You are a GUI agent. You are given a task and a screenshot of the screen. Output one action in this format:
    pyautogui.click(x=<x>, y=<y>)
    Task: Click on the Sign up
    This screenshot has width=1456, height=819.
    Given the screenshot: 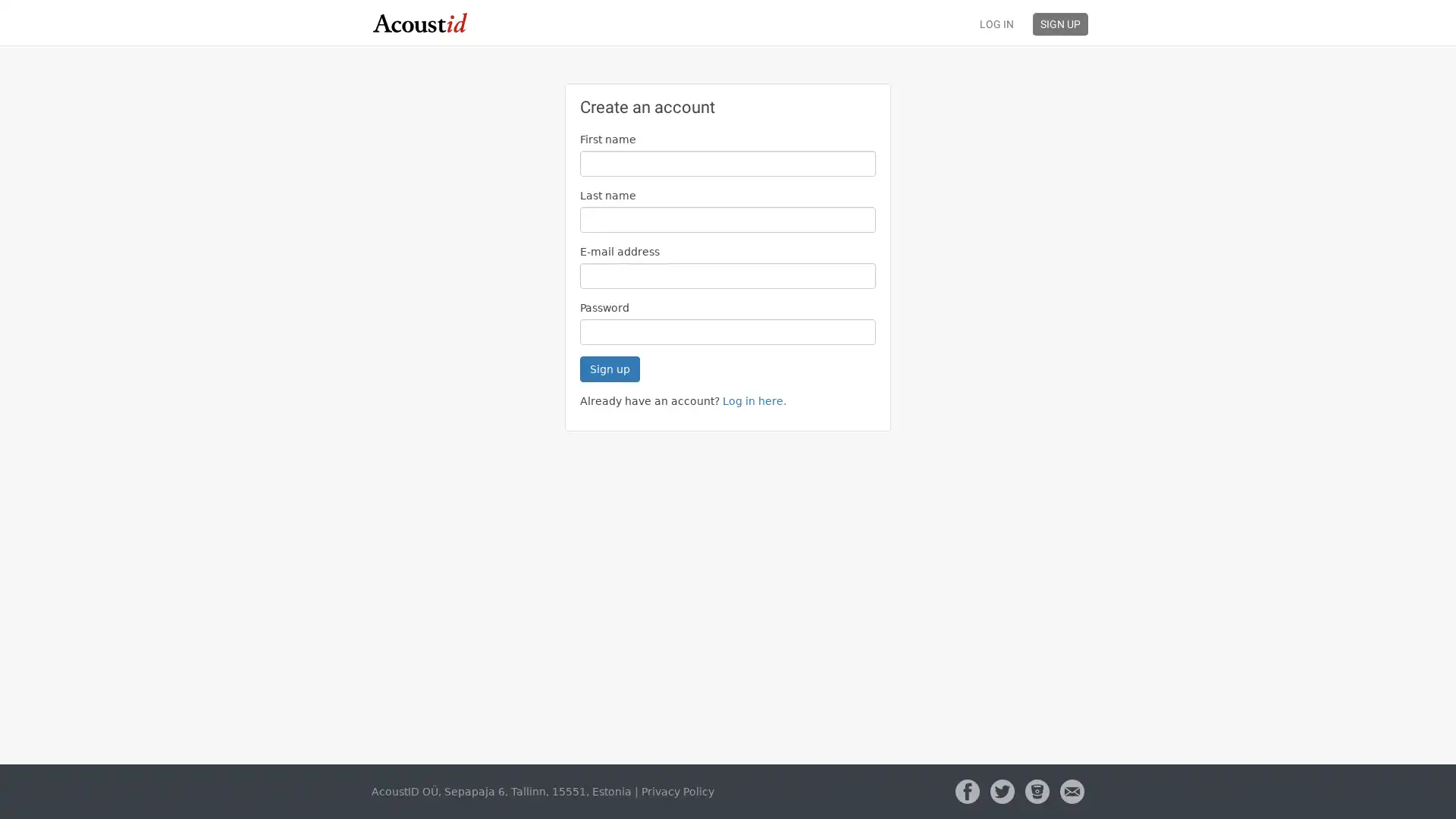 What is the action you would take?
    pyautogui.click(x=610, y=369)
    